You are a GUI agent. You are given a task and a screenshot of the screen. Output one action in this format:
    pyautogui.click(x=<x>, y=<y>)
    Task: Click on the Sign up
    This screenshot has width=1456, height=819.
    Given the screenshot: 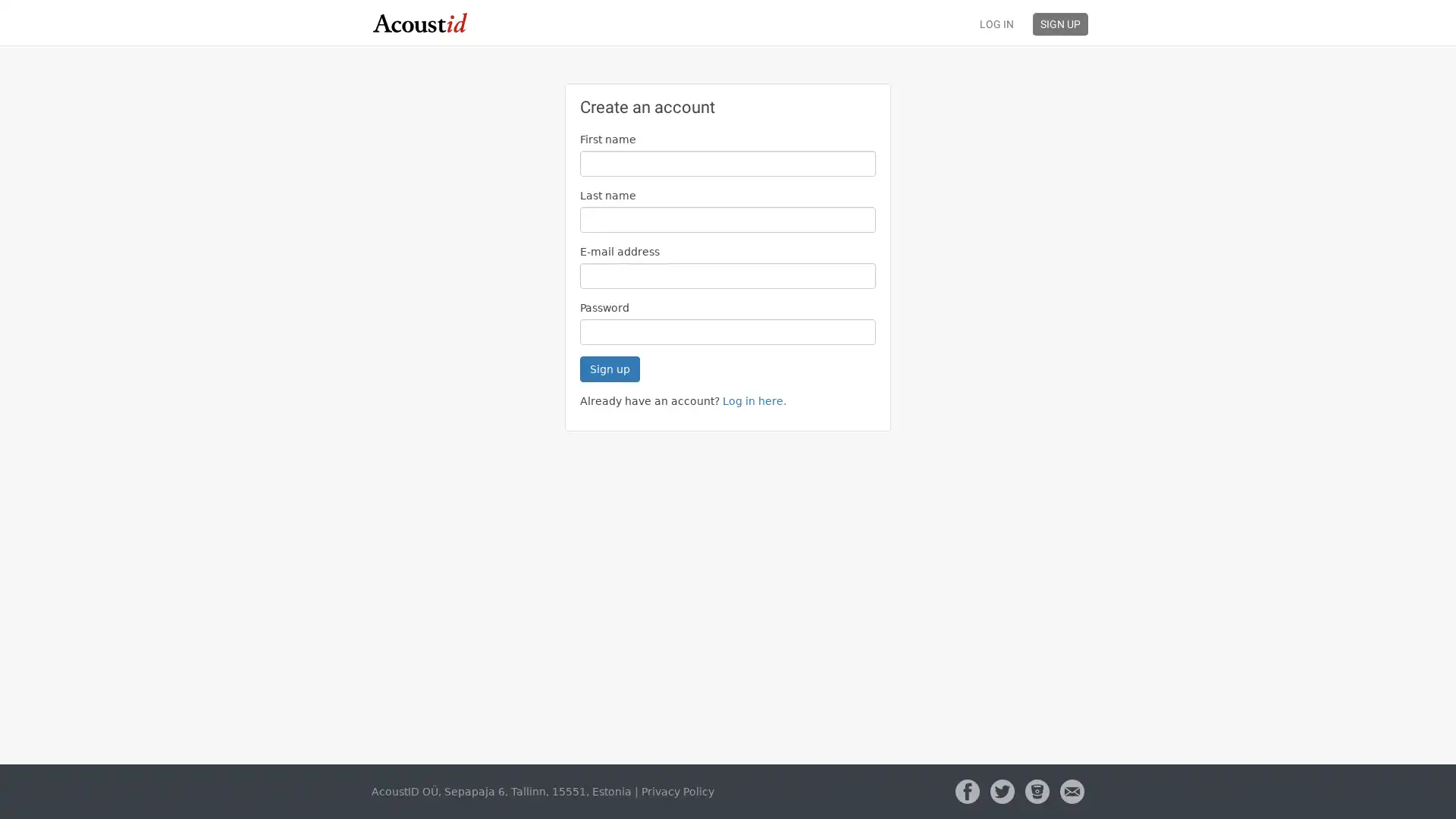 What is the action you would take?
    pyautogui.click(x=610, y=369)
    